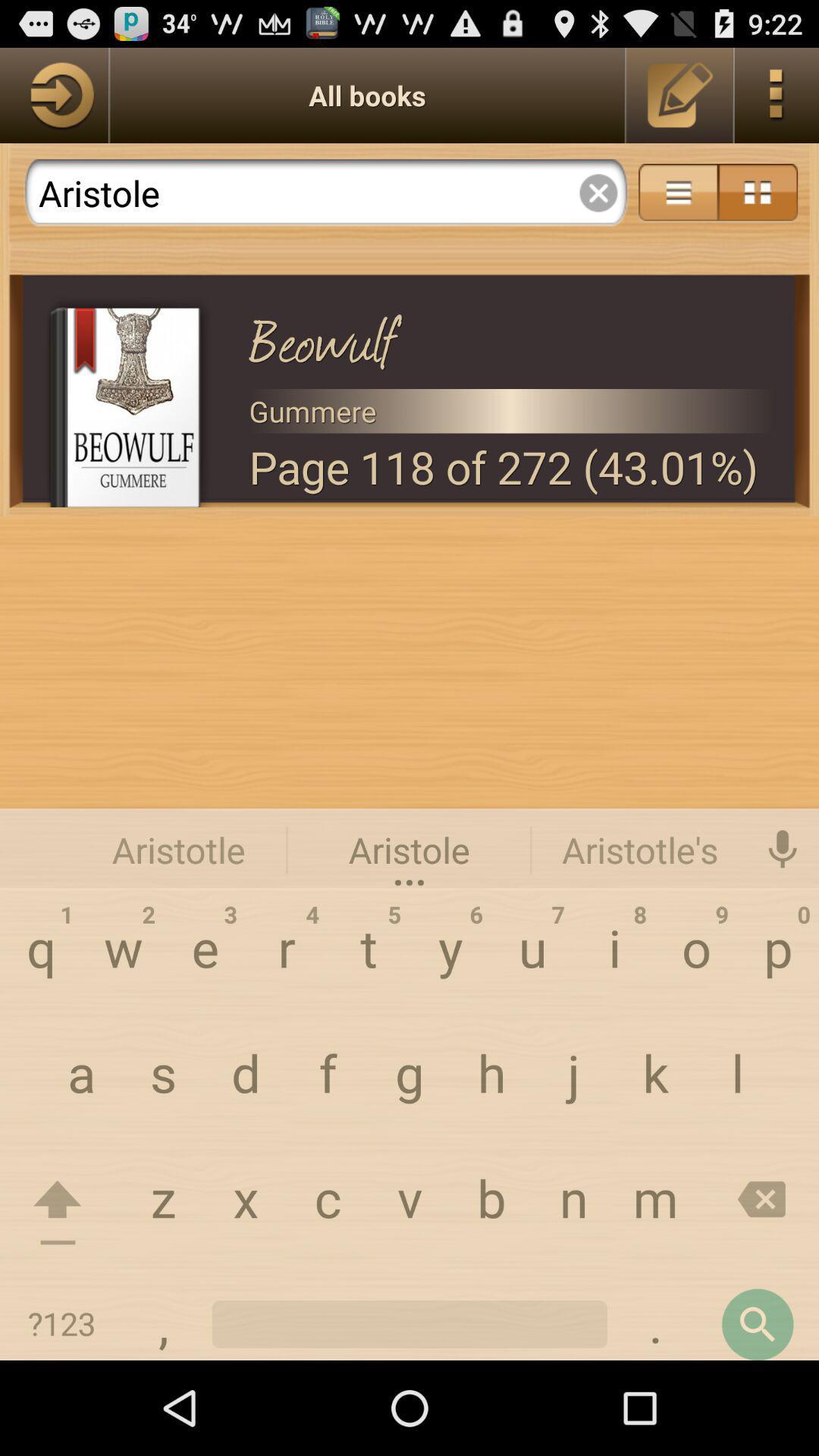  Describe the element at coordinates (53, 101) in the screenshot. I see `the arrow_forward icon` at that location.